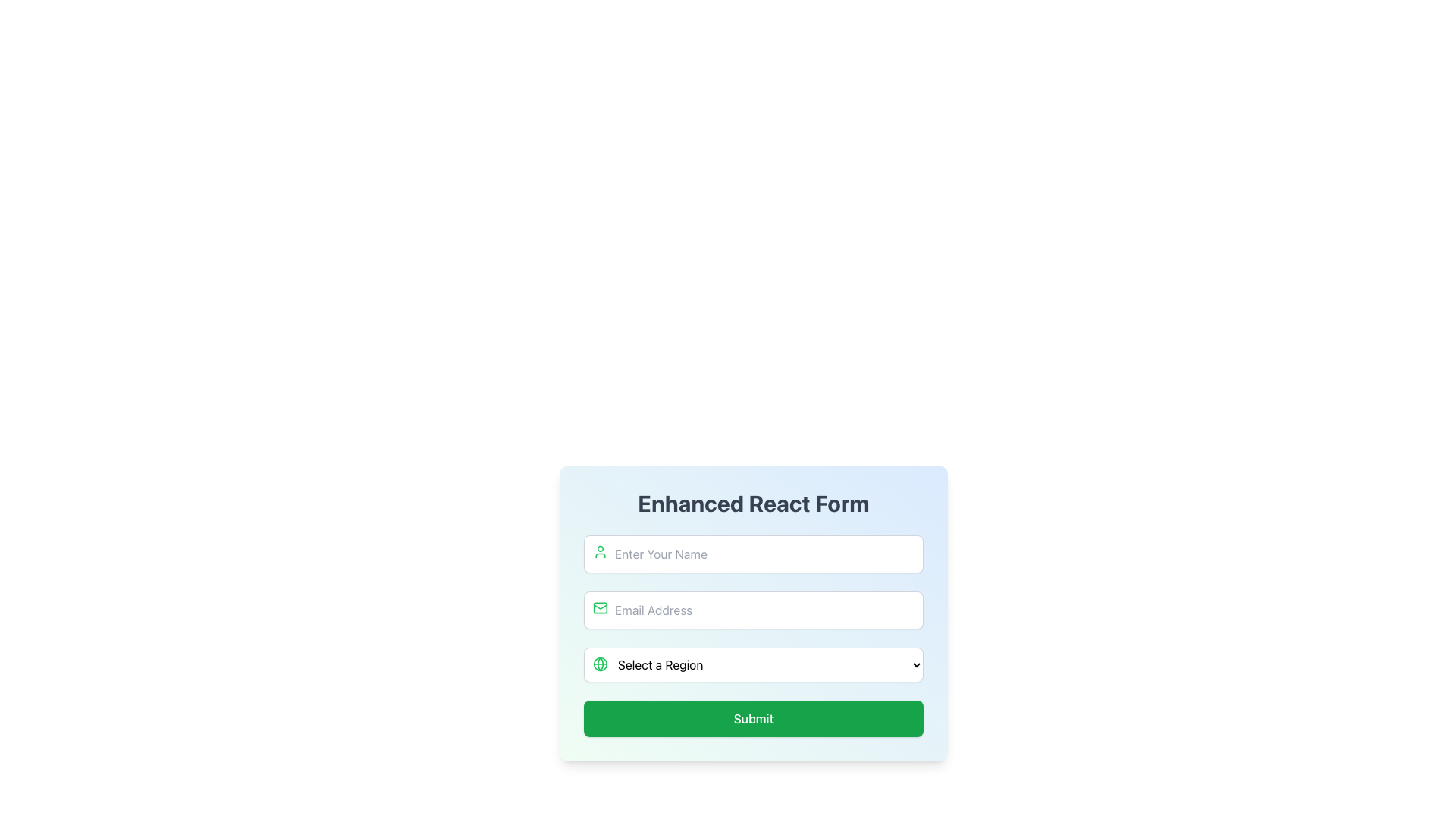 Image resolution: width=1456 pixels, height=819 pixels. Describe the element at coordinates (600, 552) in the screenshot. I see `the icon that indicates the input field for entering a user's name, located at the top left corner of the text input area labeled 'Enter Your Name'` at that location.